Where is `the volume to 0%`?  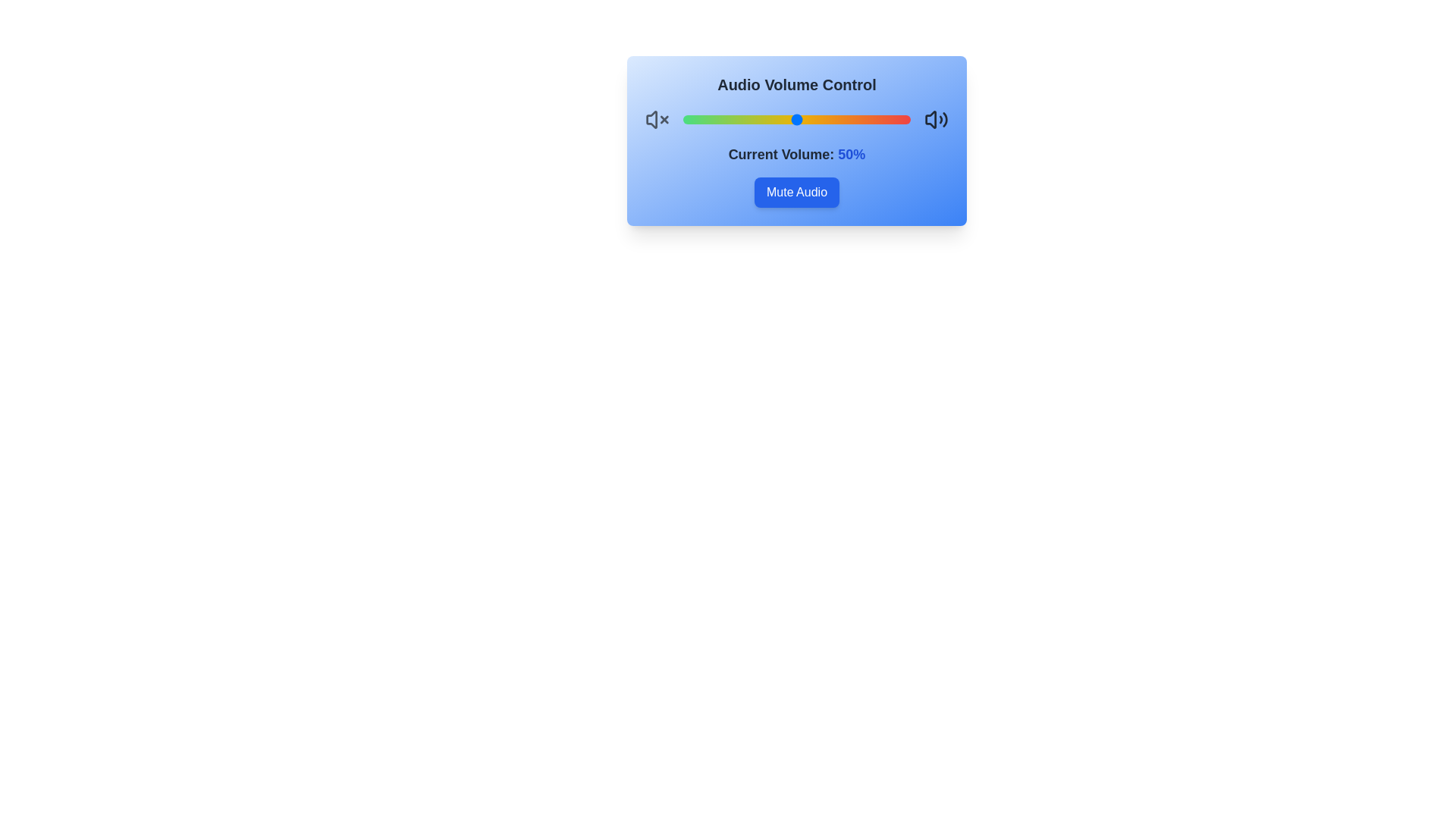 the volume to 0% is located at coordinates (682, 119).